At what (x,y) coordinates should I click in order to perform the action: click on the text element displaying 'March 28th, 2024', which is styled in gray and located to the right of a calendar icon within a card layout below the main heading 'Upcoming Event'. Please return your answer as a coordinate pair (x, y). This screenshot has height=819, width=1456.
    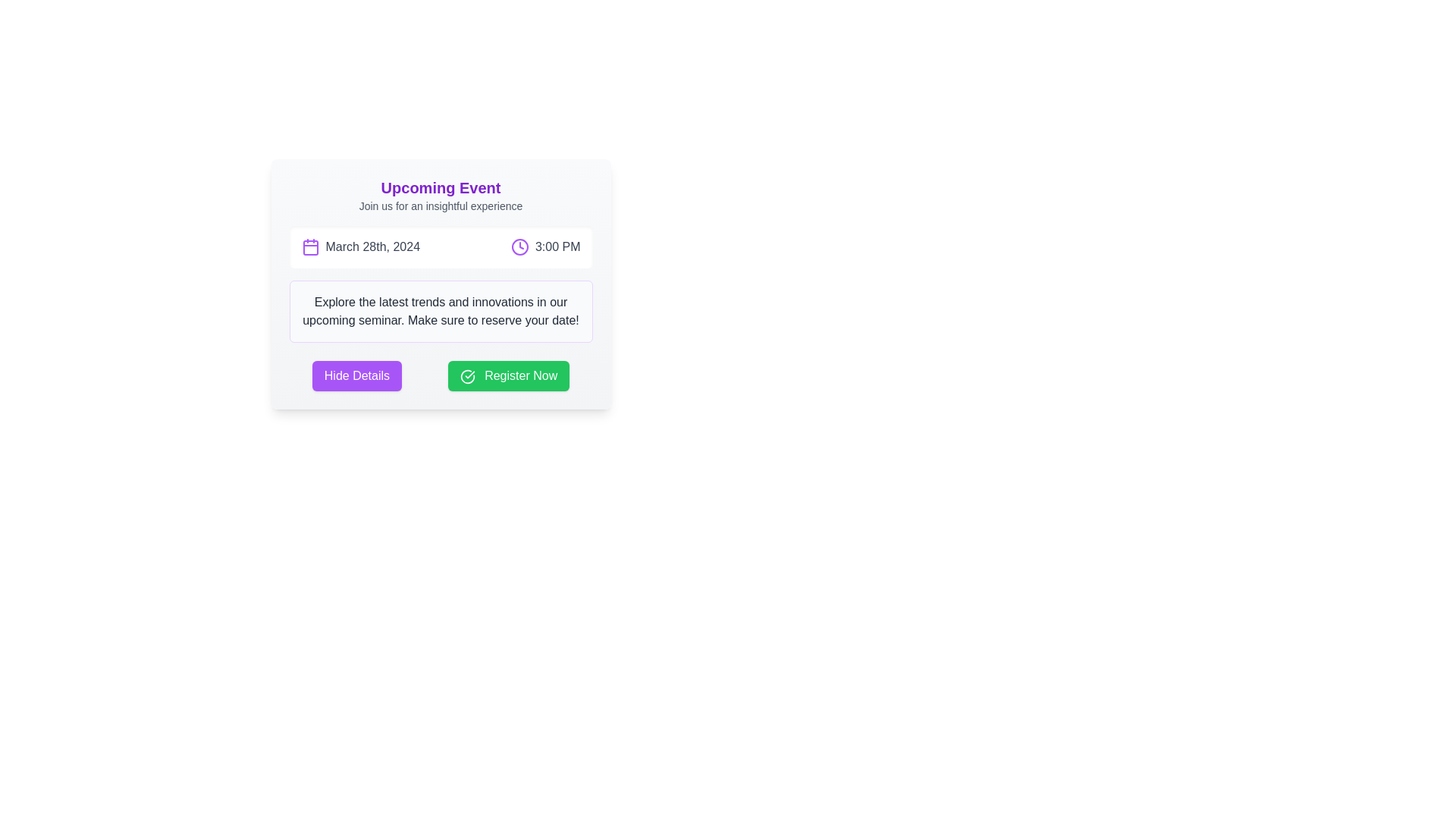
    Looking at the image, I should click on (372, 246).